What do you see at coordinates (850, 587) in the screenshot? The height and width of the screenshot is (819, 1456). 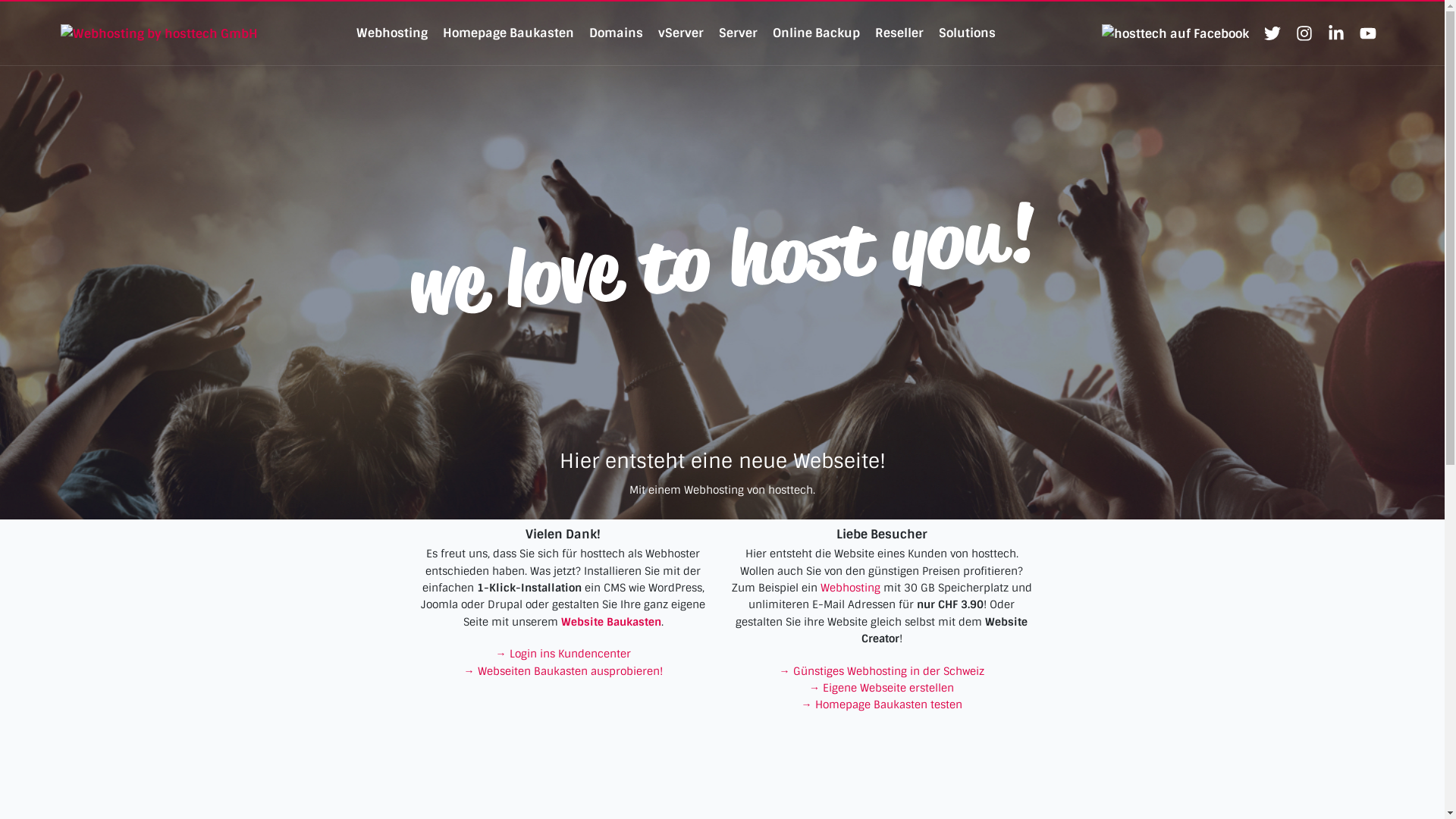 I see `'Webhosting'` at bounding box center [850, 587].